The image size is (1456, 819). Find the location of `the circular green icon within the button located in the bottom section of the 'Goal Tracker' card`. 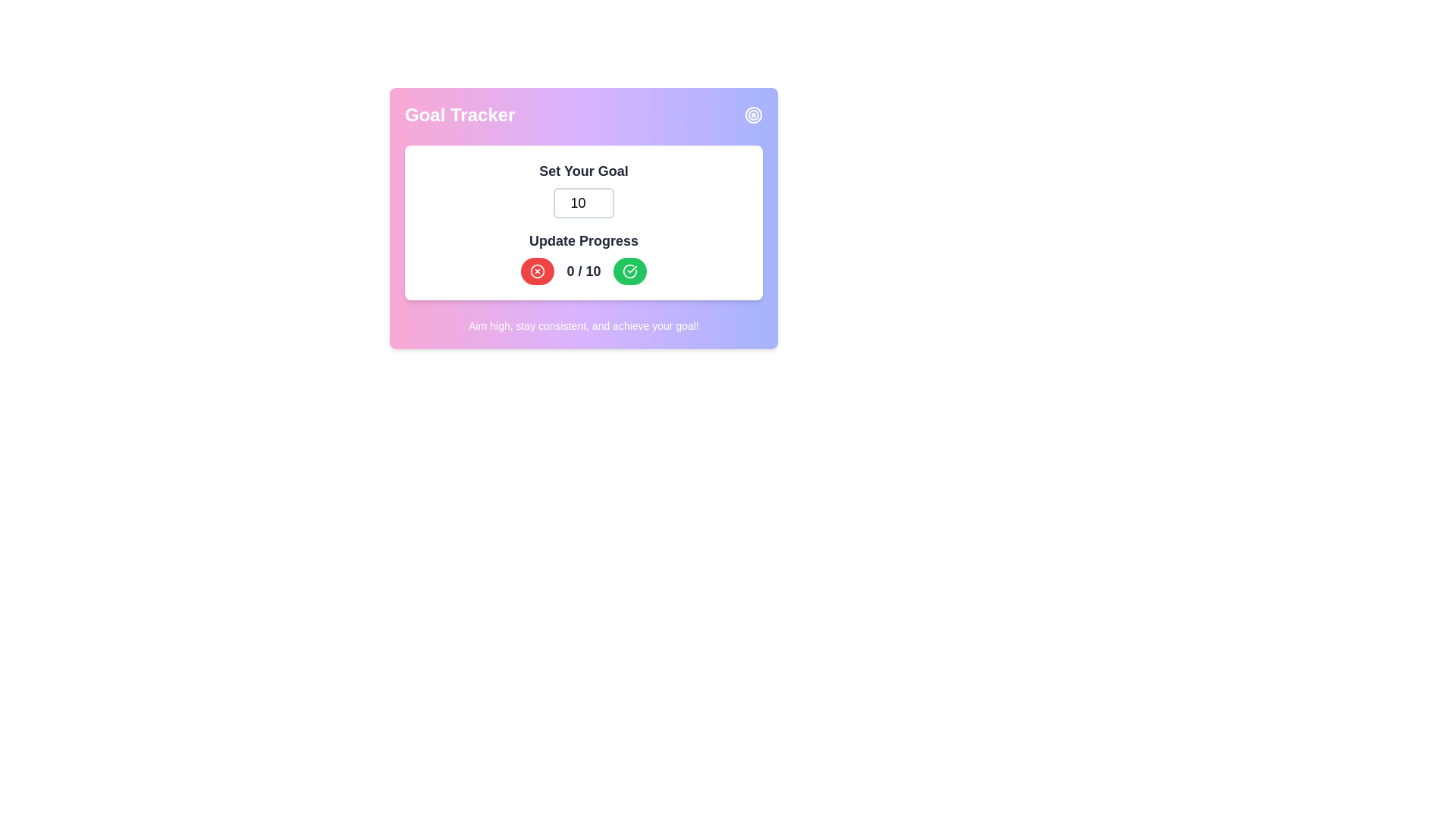

the circular green icon within the button located in the bottom section of the 'Goal Tracker' card is located at coordinates (629, 271).